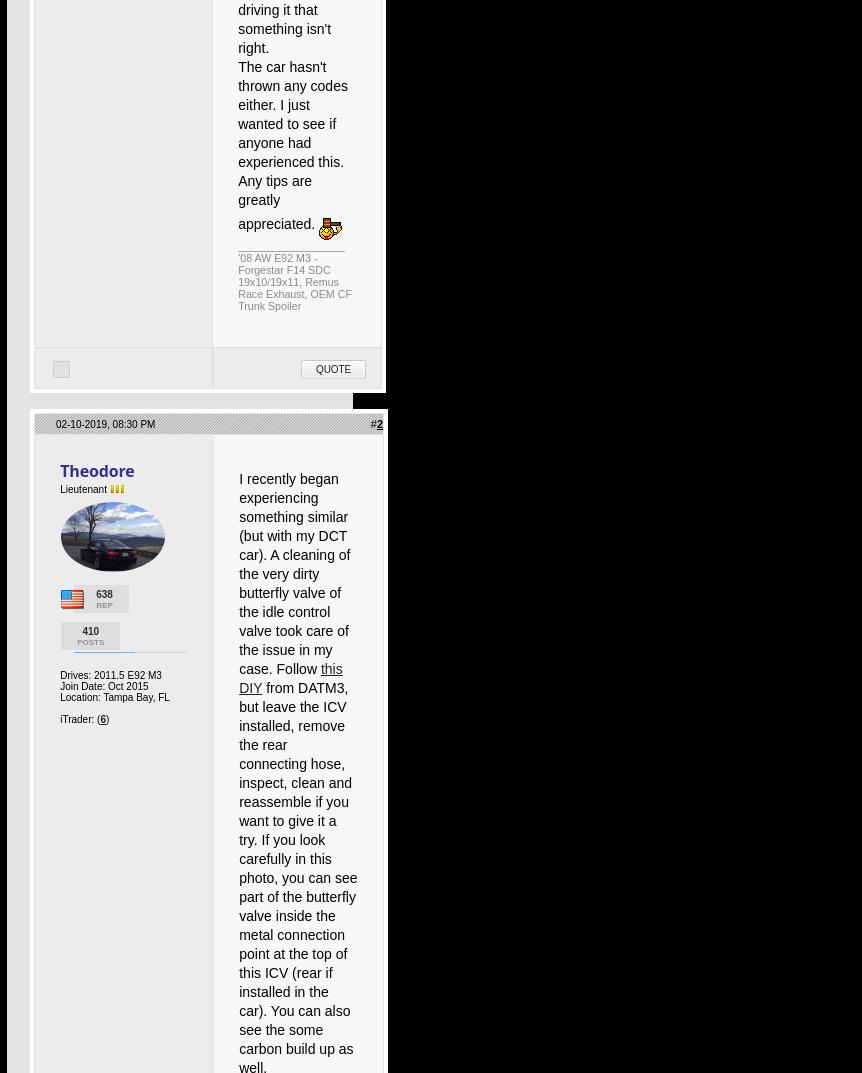  I want to click on 'Lieutenant', so click(83, 488).